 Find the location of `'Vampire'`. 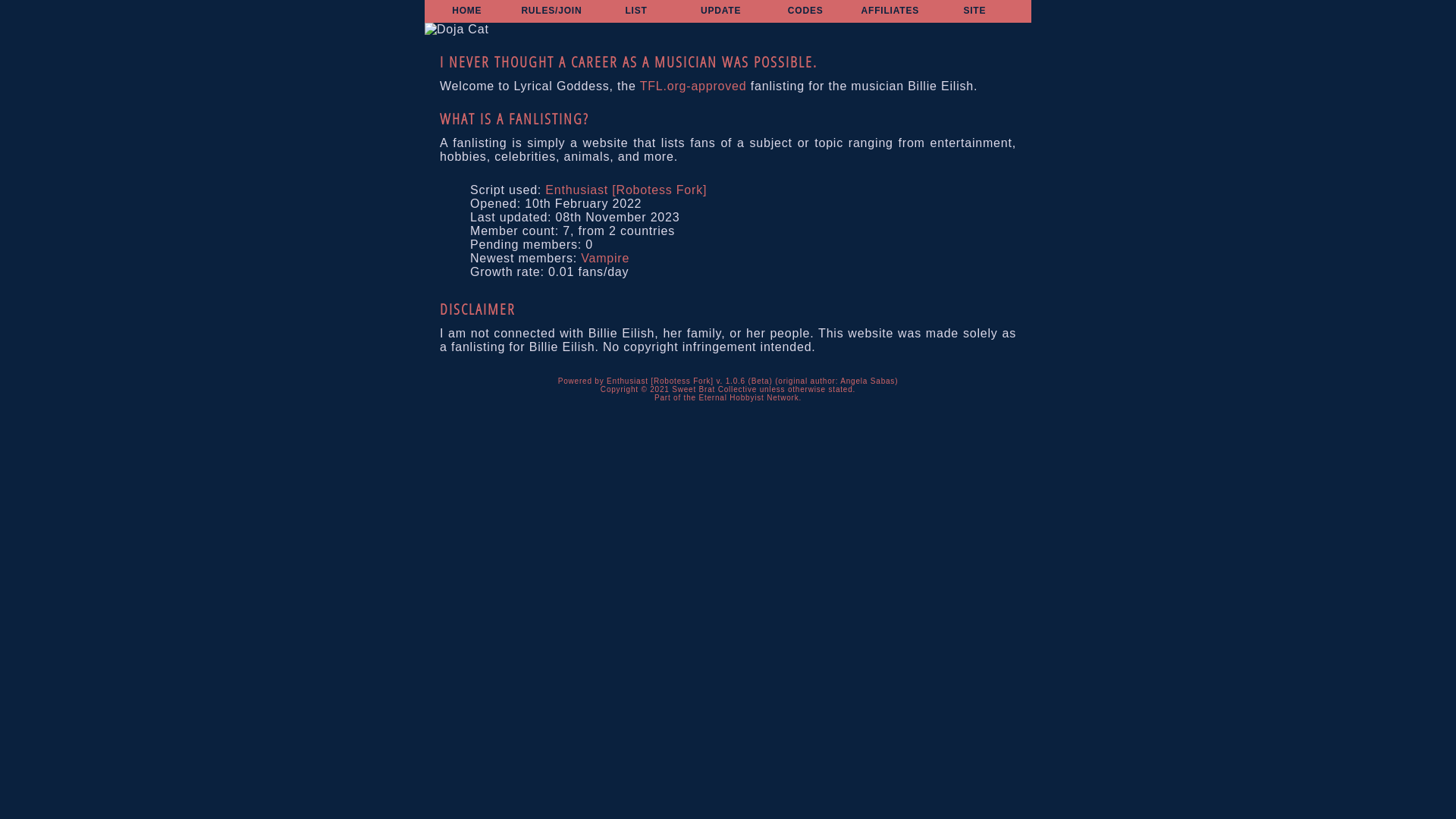

'Vampire' is located at coordinates (604, 257).